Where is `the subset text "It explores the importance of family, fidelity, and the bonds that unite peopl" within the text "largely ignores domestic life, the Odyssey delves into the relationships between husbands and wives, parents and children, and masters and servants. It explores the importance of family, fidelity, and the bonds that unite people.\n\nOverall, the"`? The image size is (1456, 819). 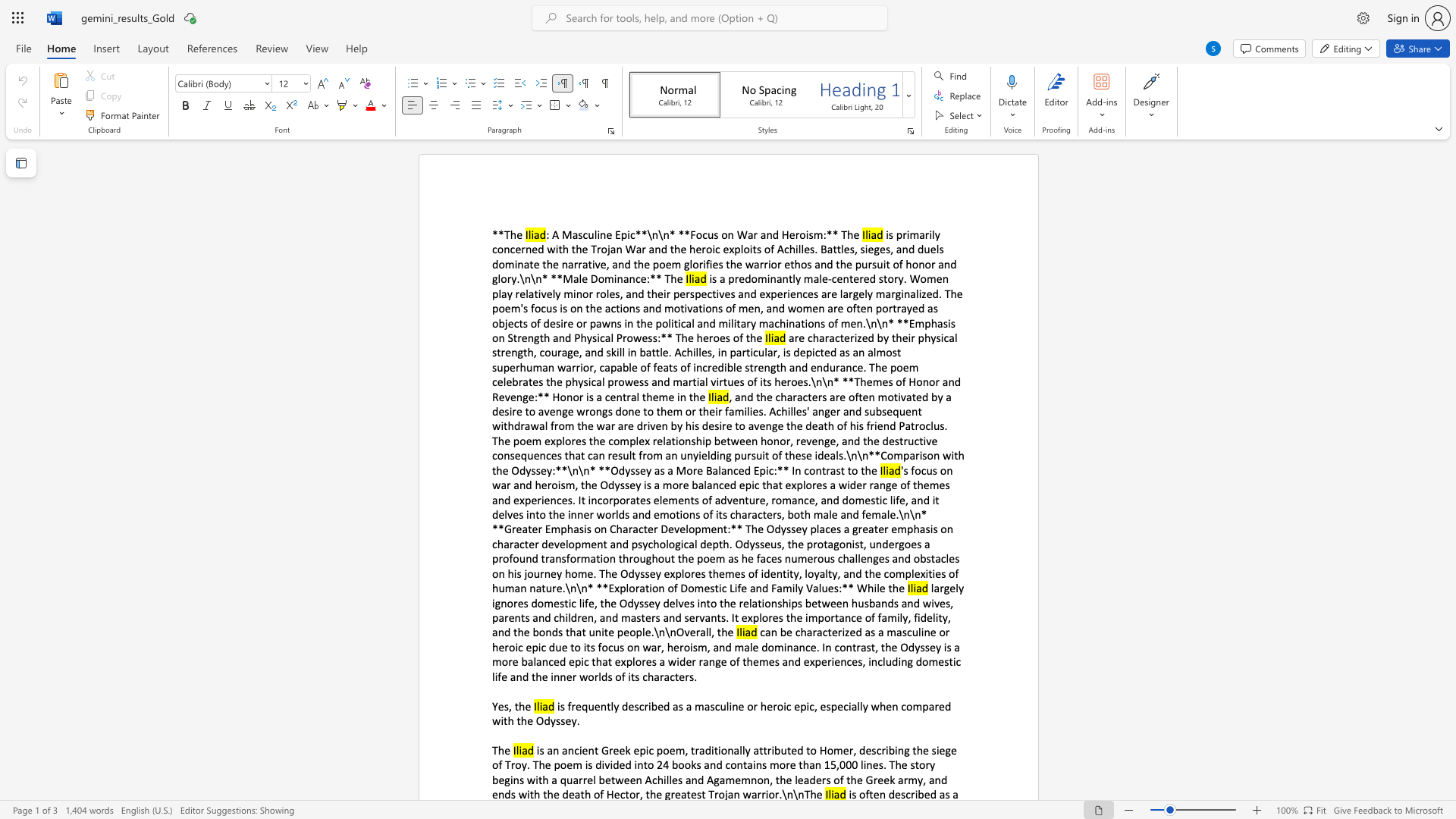
the subset text "It explores the importance of family, fidelity, and the bonds that unite peopl" within the text "largely ignores domestic life, the Odyssey delves into the relationships between husbands and wives, parents and children, and masters and servants. It explores the importance of family, fidelity, and the bonds that unite people.\n\nOverall, the" is located at coordinates (731, 617).